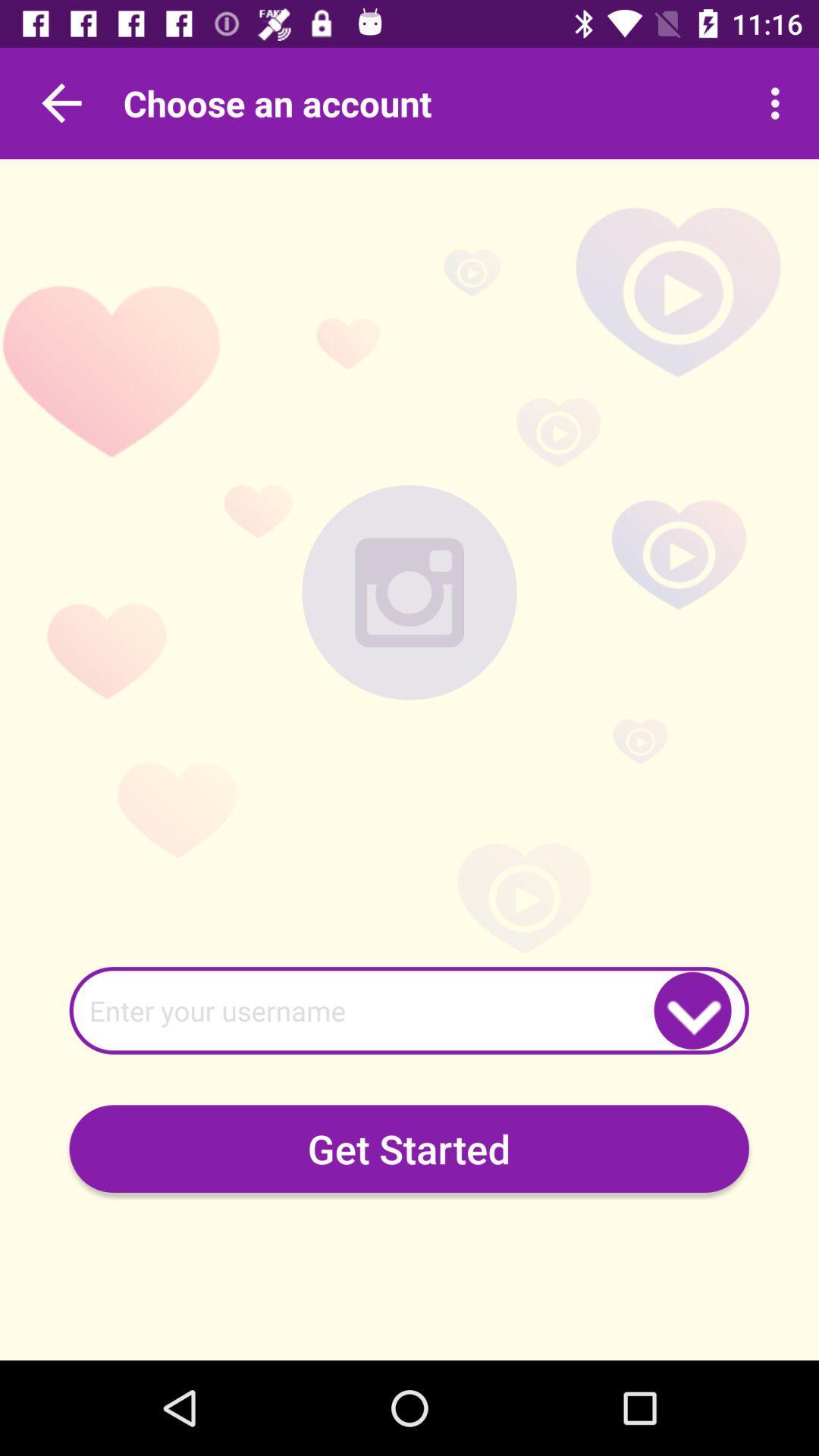 The height and width of the screenshot is (1456, 819). I want to click on previous tab, so click(61, 102).